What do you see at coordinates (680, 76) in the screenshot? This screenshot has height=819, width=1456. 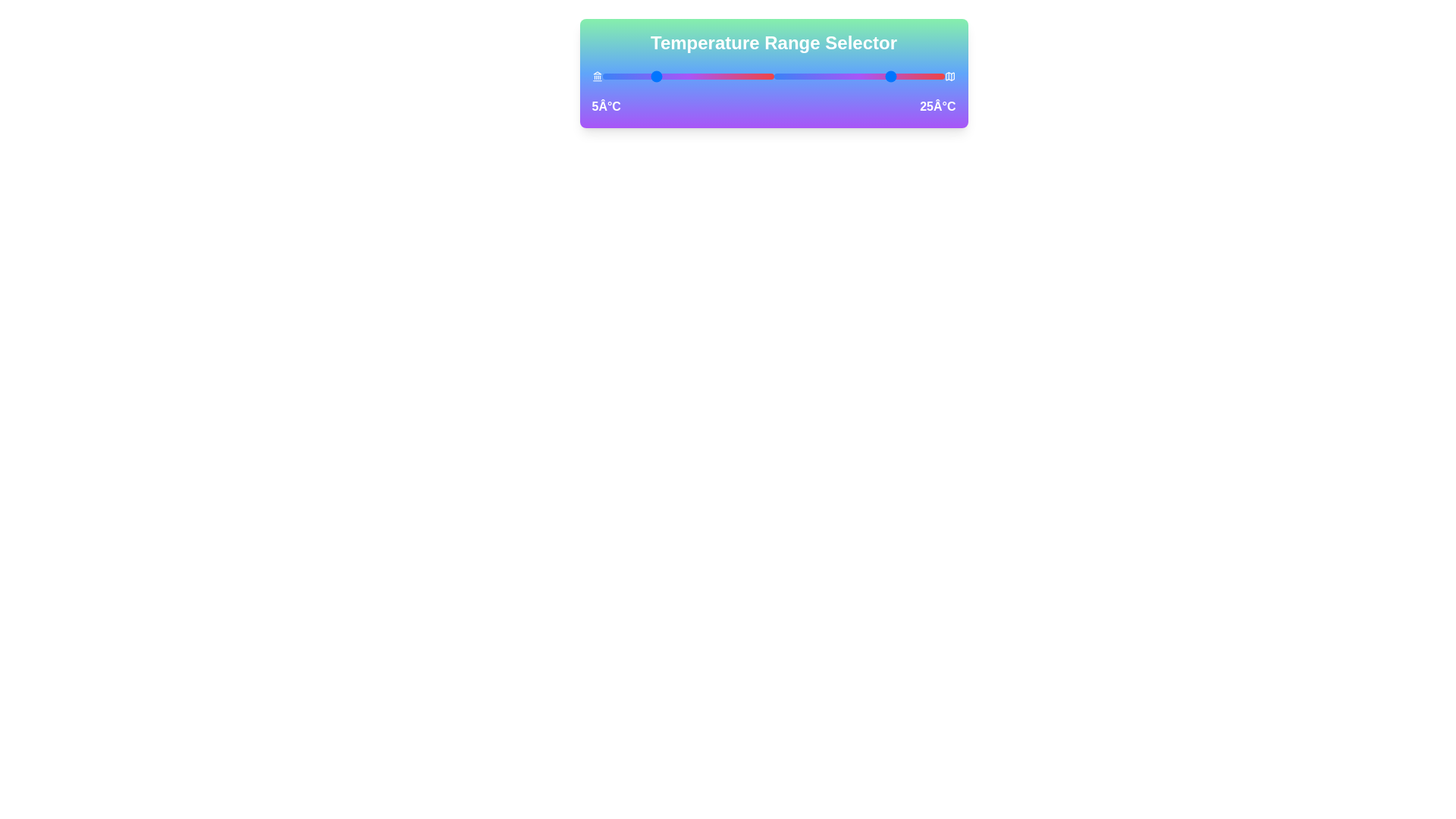 I see `the left temperature slider to 13°C` at bounding box center [680, 76].